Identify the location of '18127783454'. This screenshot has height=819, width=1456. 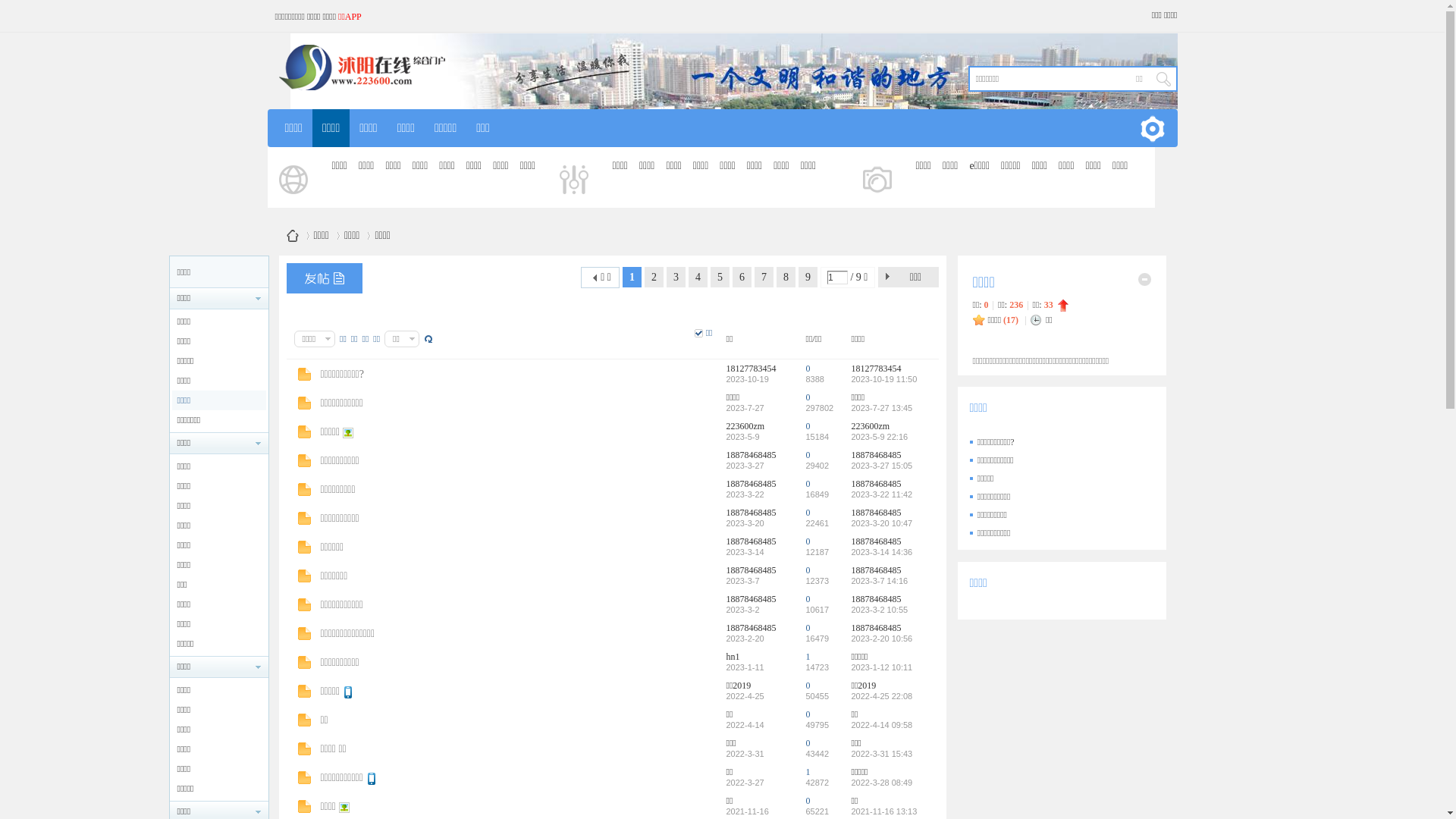
(751, 369).